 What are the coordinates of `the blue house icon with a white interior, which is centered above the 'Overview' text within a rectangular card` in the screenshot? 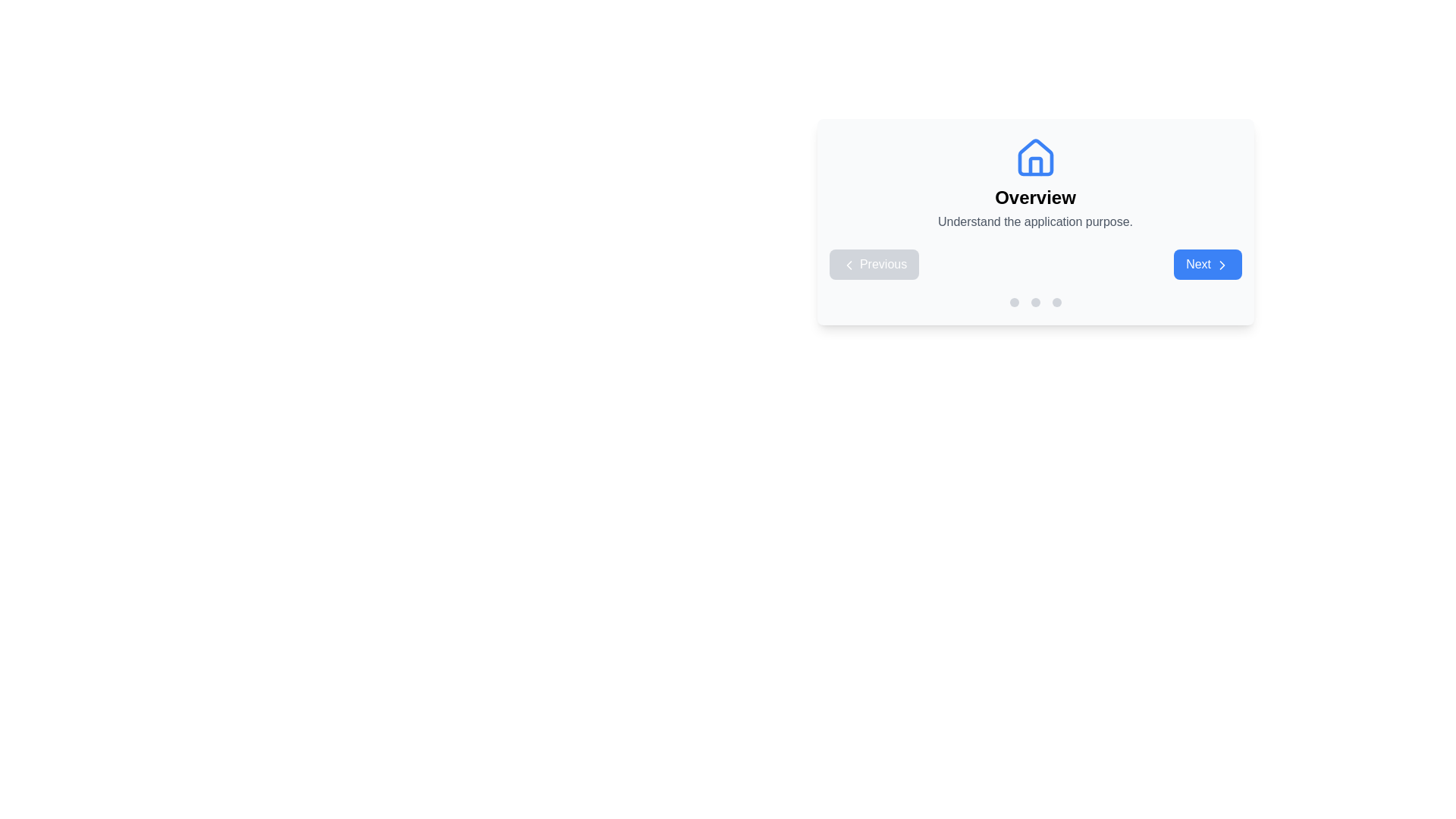 It's located at (1034, 158).